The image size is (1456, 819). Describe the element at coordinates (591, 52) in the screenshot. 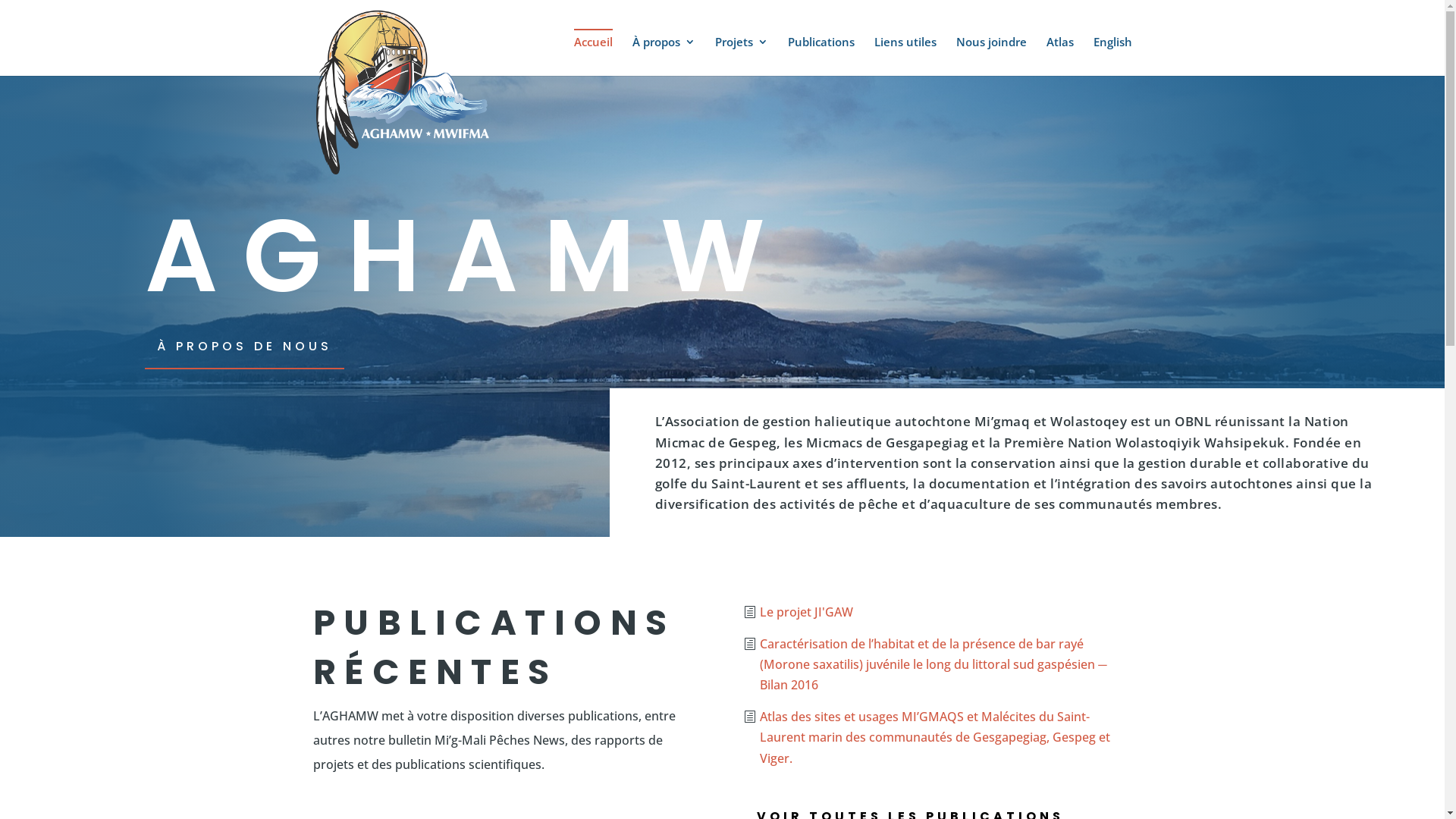

I see `'Accueil'` at that location.